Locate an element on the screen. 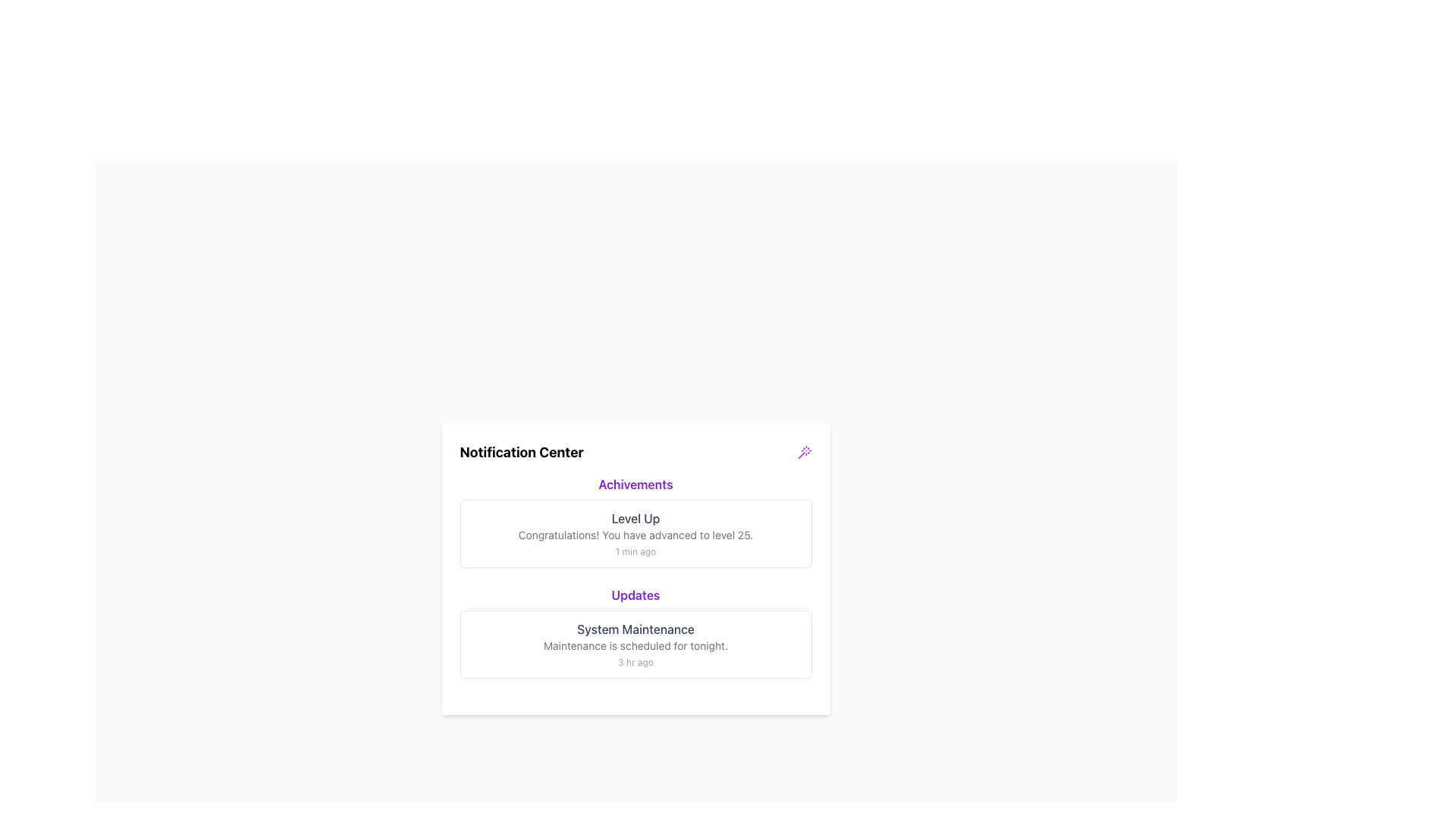 The height and width of the screenshot is (819, 1456). the 'Level Up' text element, which is displayed in medium font weight and gray color, located at the top section of the notification card under 'Achievements' is located at coordinates (635, 517).